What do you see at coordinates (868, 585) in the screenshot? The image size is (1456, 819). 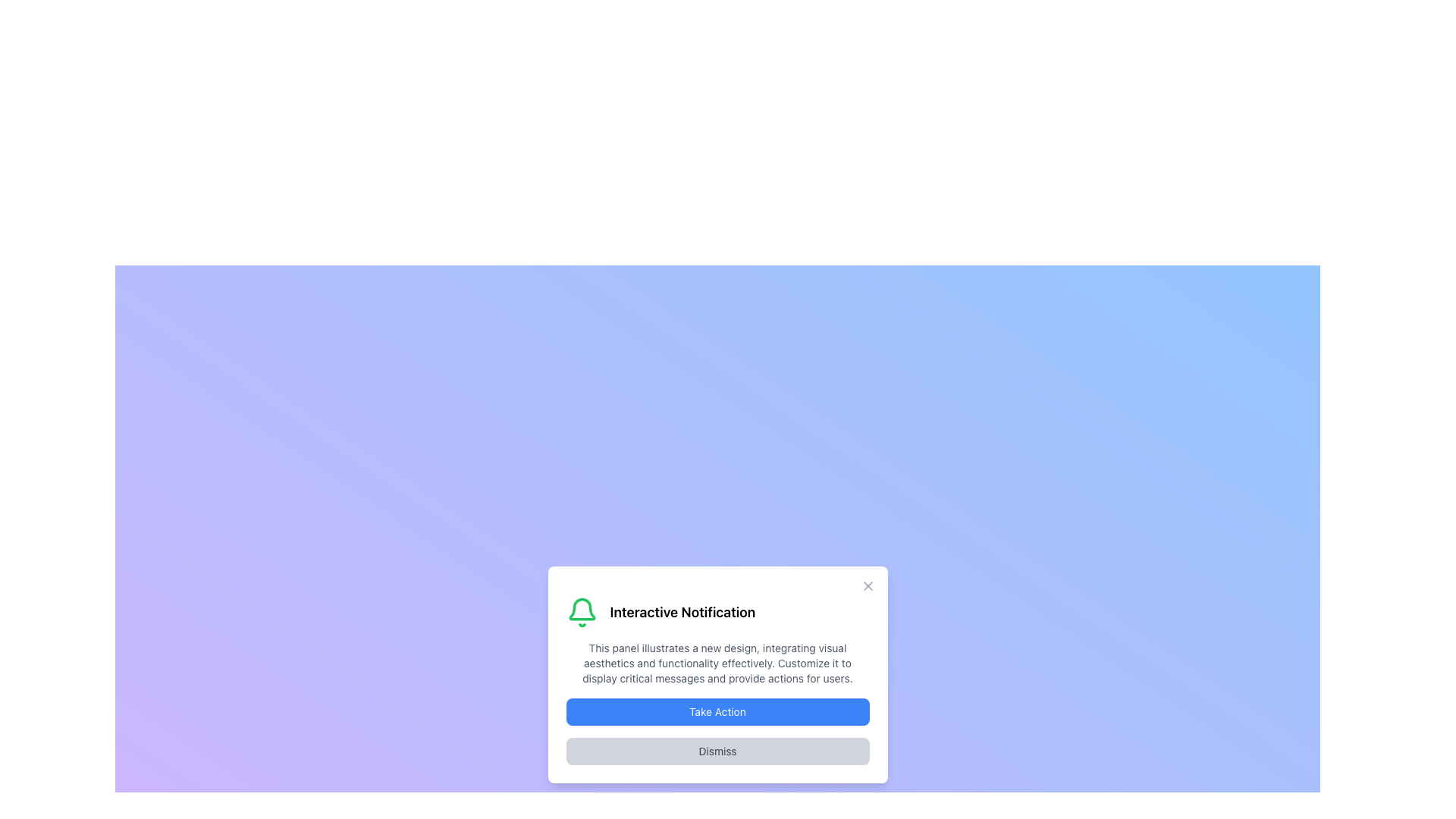 I see `the small square icon button with an 'X' symbol located at the top-right of the notification panel to observe the color transition effect` at bounding box center [868, 585].